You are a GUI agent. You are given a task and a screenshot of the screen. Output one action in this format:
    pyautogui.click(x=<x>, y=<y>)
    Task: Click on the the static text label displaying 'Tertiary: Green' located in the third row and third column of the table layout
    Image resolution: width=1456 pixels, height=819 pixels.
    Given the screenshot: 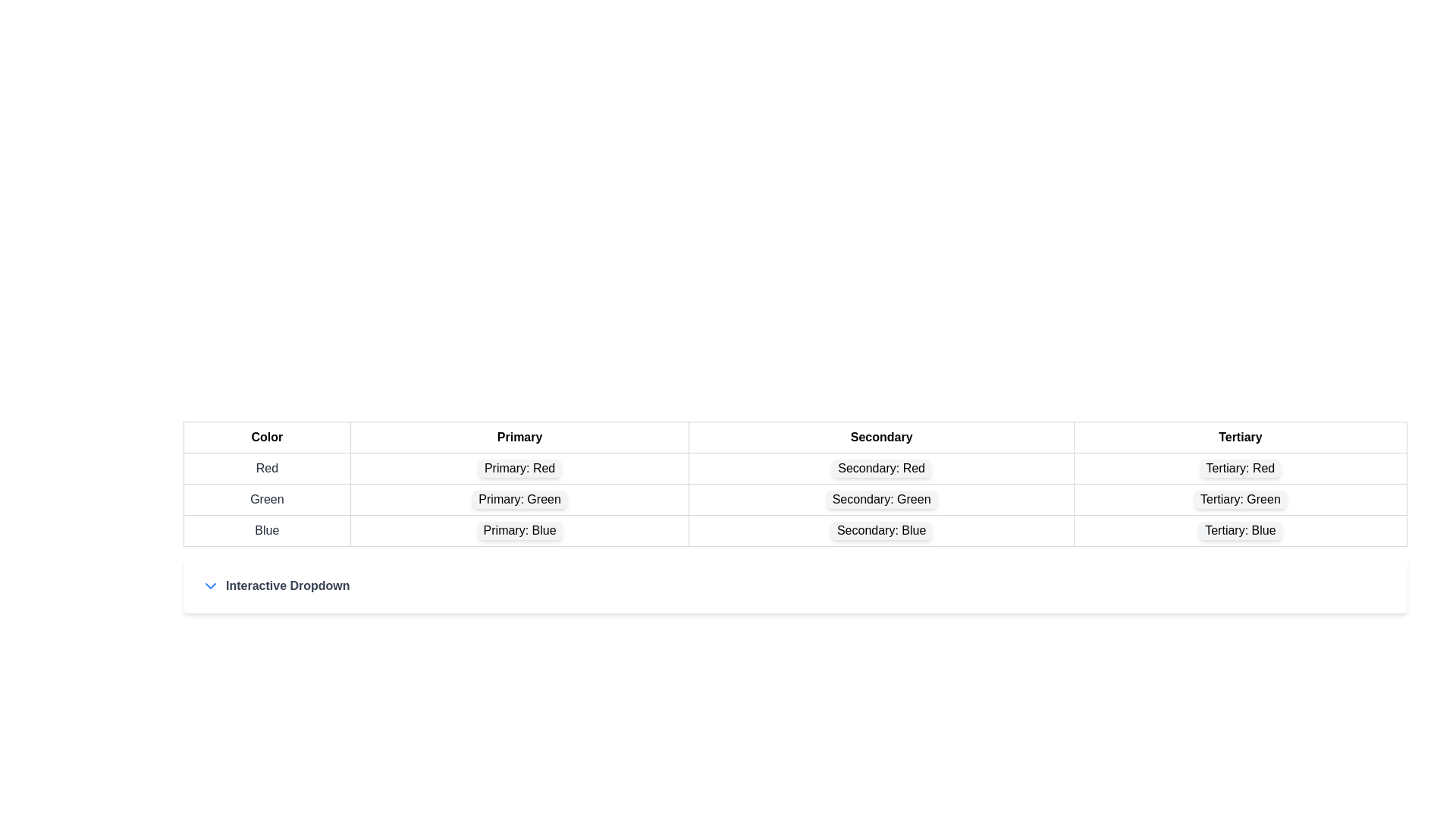 What is the action you would take?
    pyautogui.click(x=1240, y=500)
    